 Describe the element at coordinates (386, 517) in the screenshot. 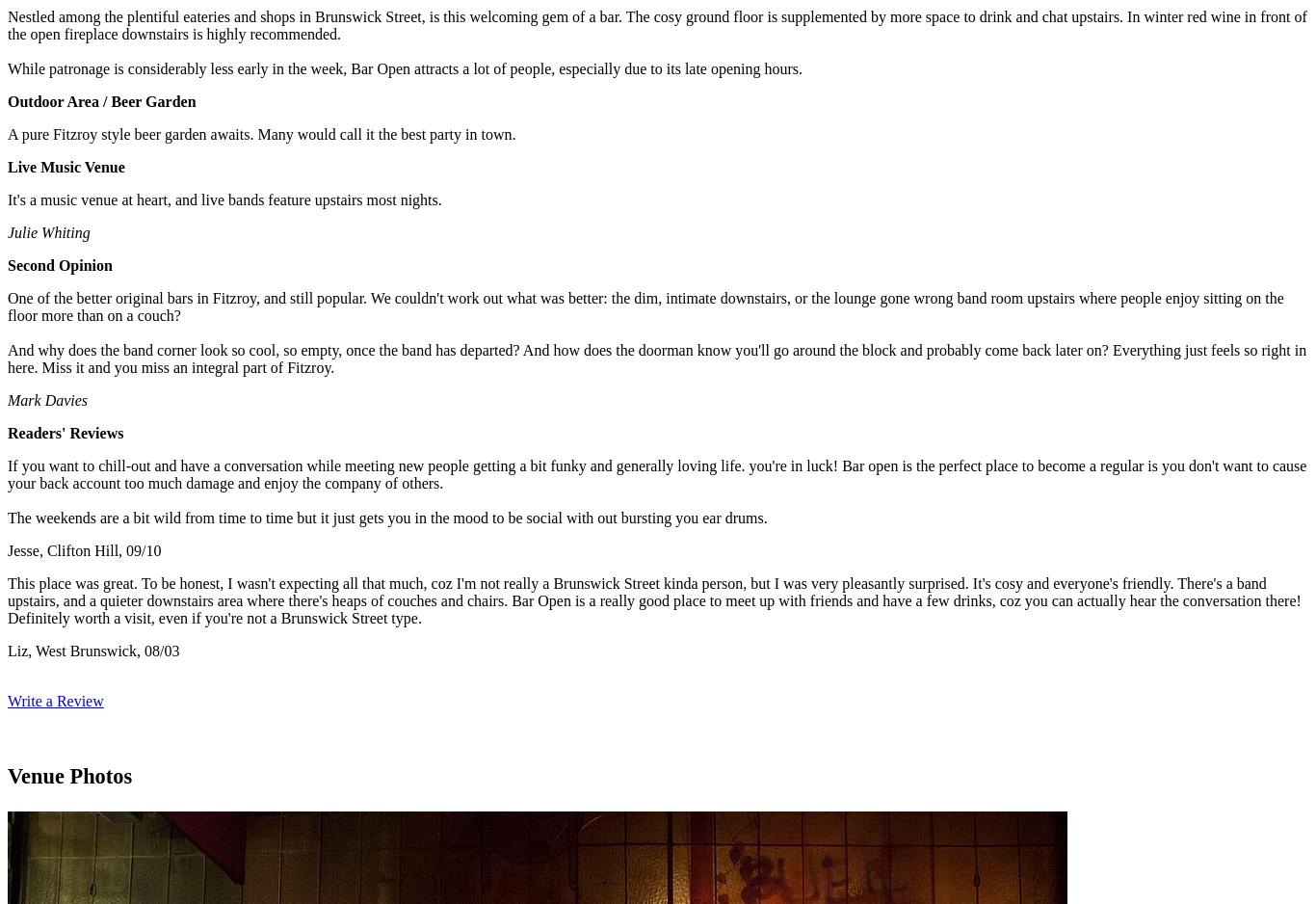

I see `'The weekends are a bit wild from time to time but it just gets you in the mood to be social with out bursting you ear drums.'` at that location.